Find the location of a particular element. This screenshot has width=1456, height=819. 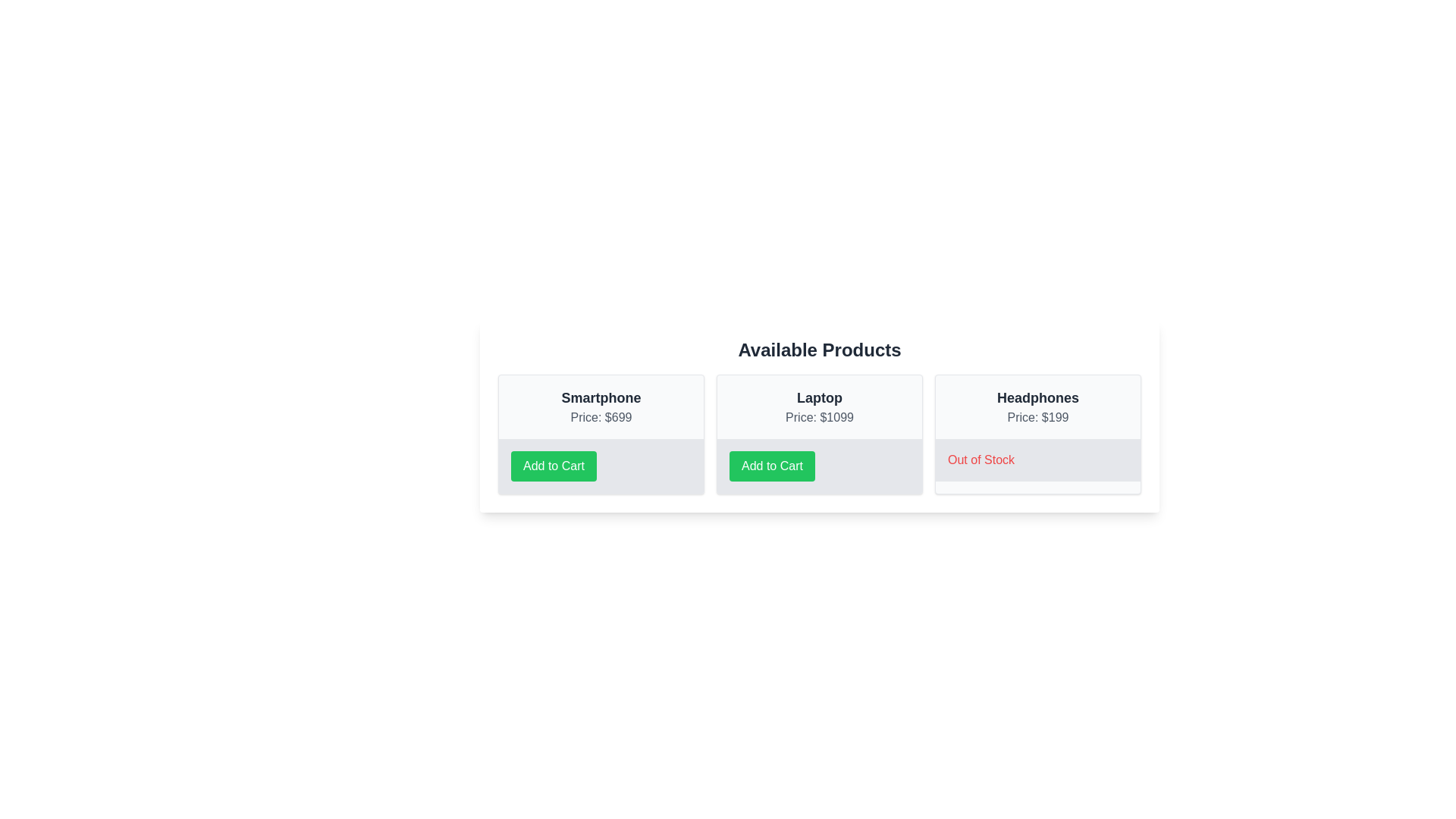

the heading labeled 'Available Products', which is styled with bold text and located at the top of the white rectangular section displaying products is located at coordinates (818, 350).